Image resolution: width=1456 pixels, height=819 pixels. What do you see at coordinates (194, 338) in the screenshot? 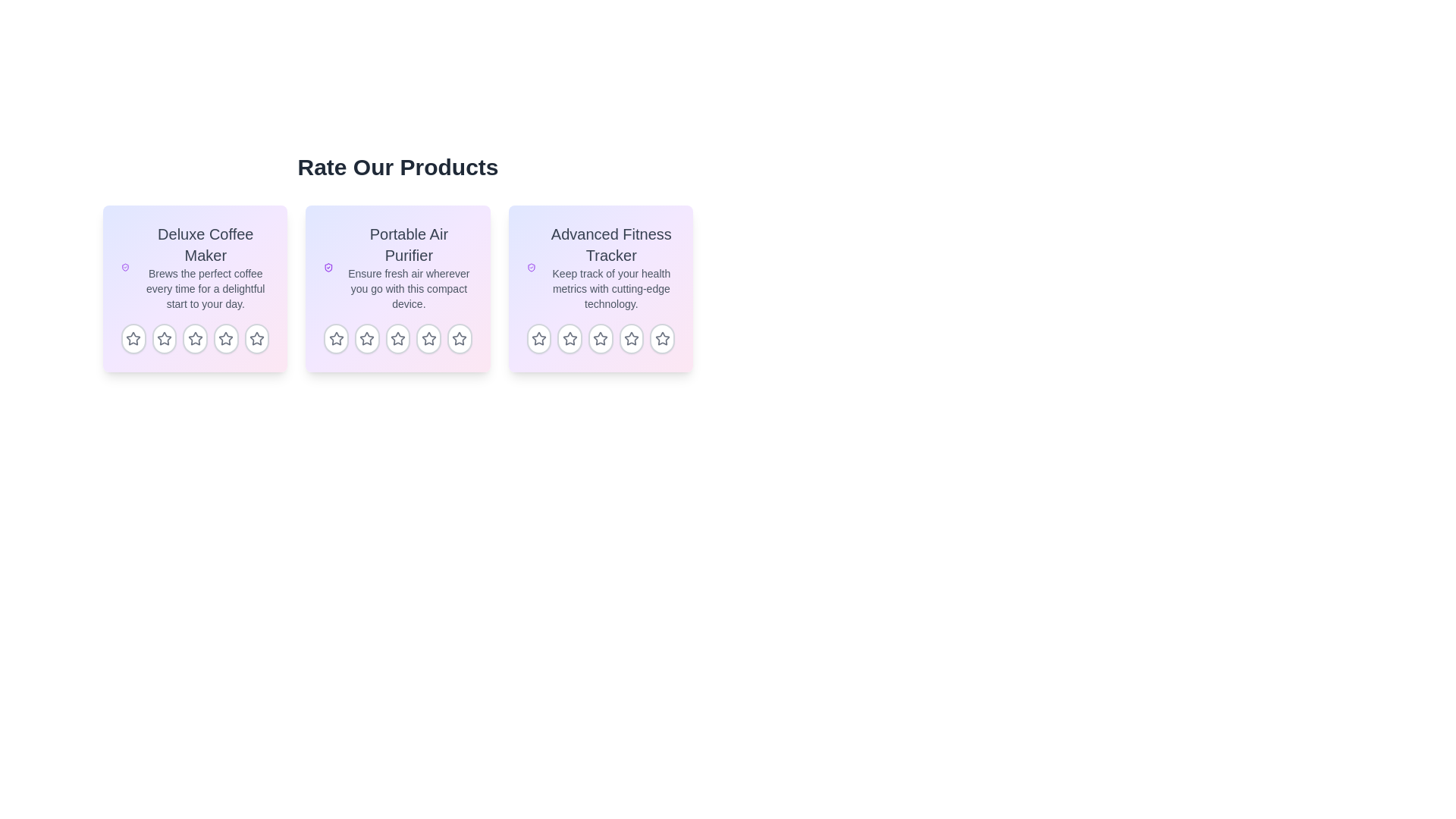
I see `the interactive star rating button, which is the third button in a row of five located below the Deluxe Coffee Maker product description` at bounding box center [194, 338].